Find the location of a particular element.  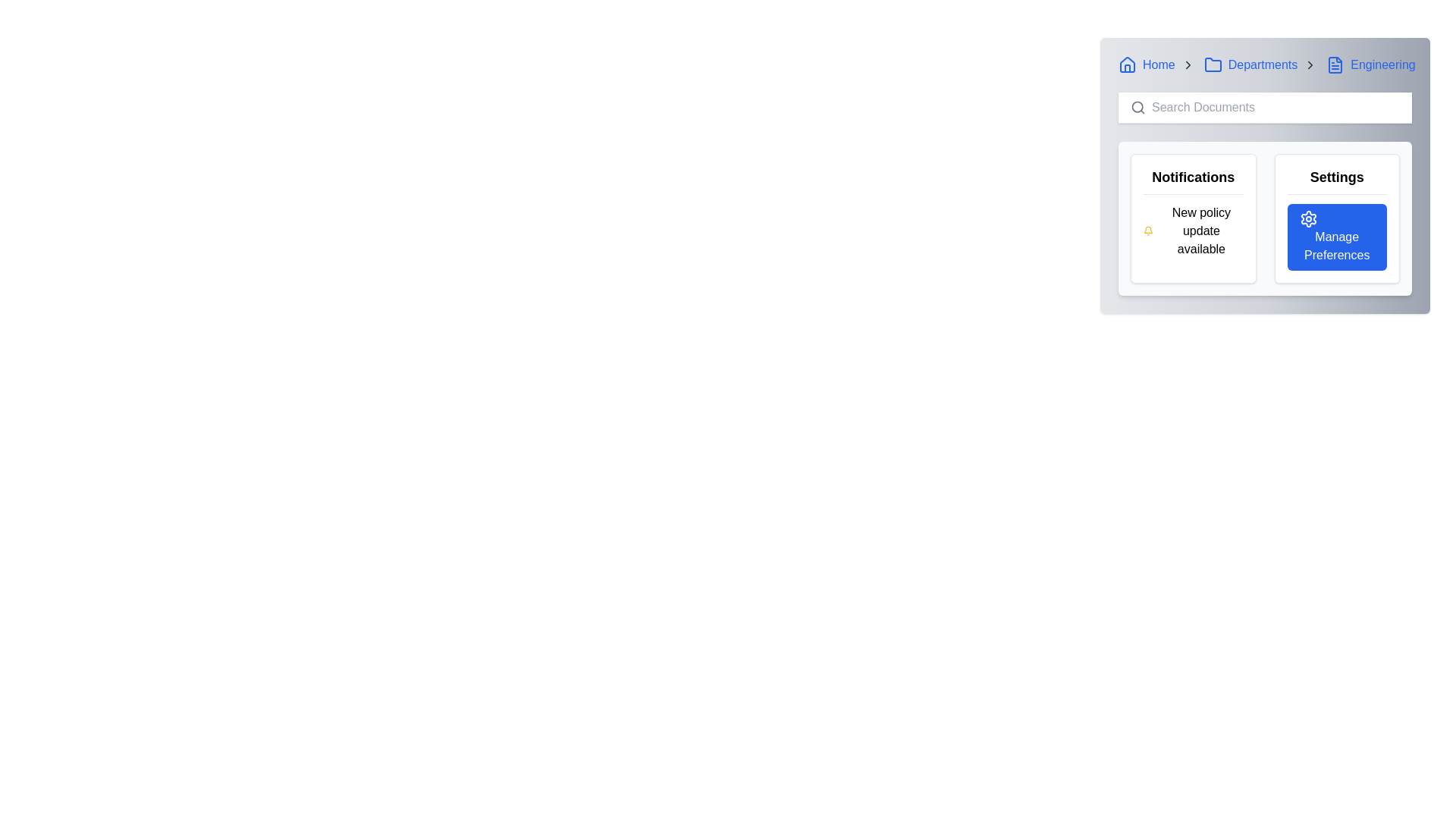

the 'Departments' icon in the navigation bar, which is a visual representation aiding users in locating the departments section is located at coordinates (1212, 64).